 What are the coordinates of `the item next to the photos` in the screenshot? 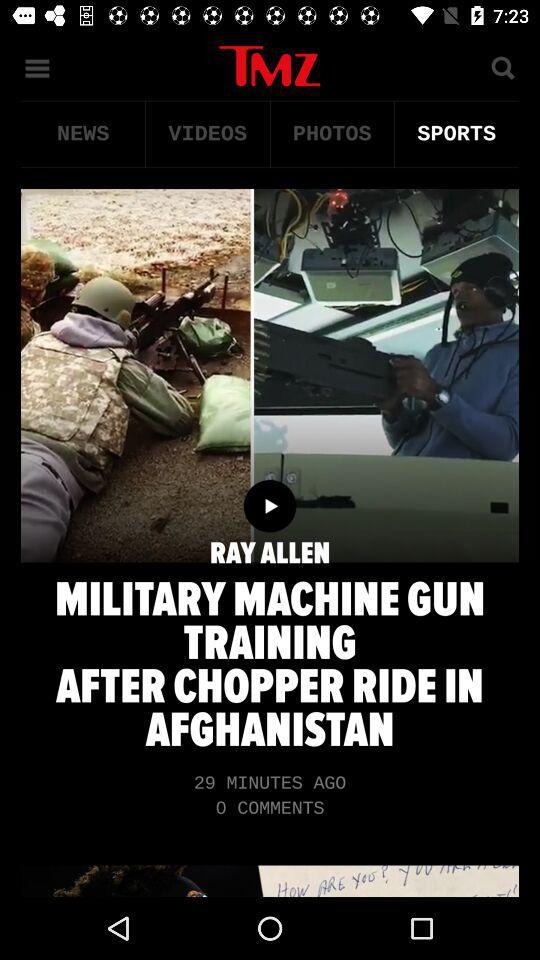 It's located at (456, 133).